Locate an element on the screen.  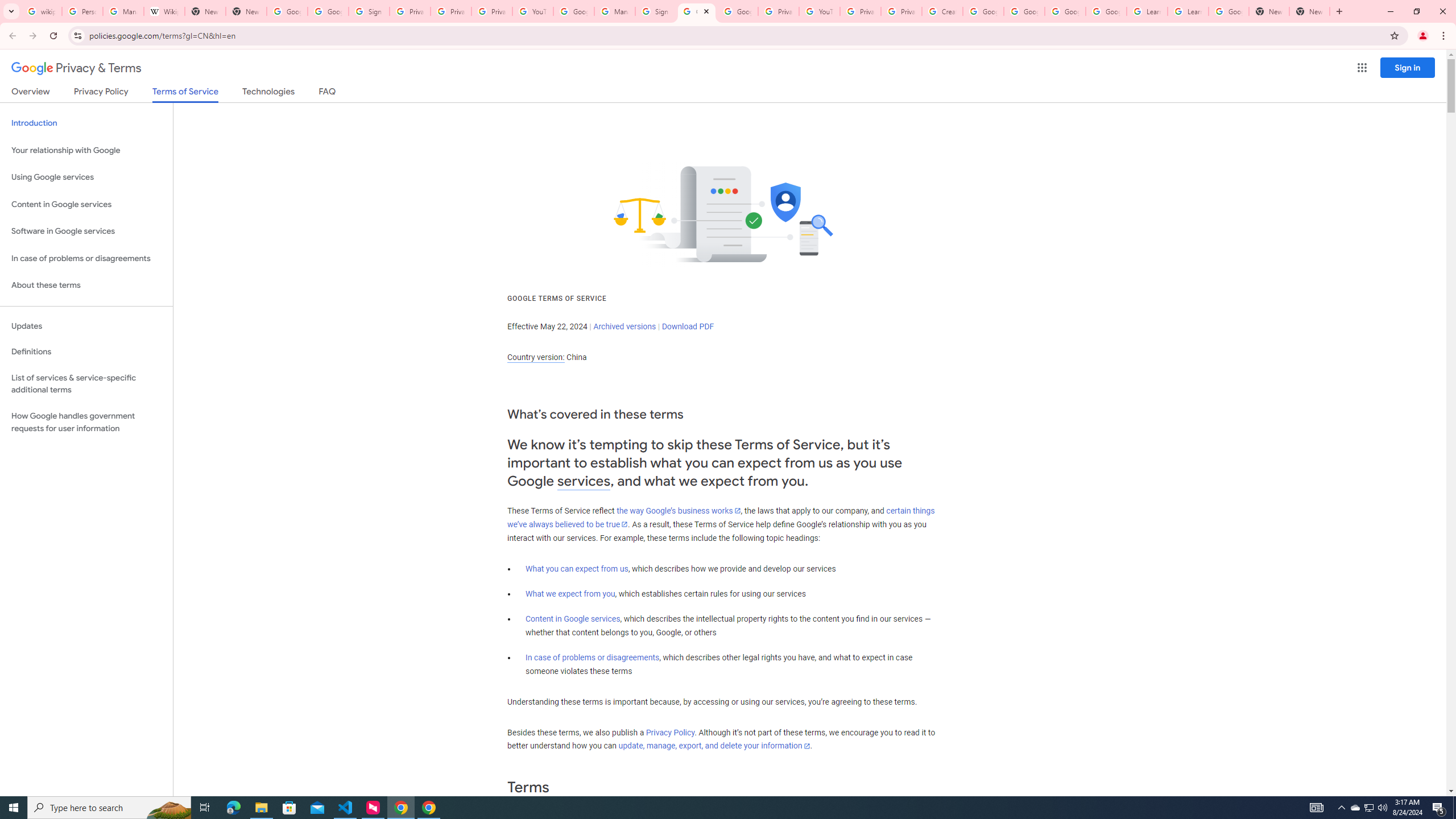
'Terms of Service' is located at coordinates (185, 94).